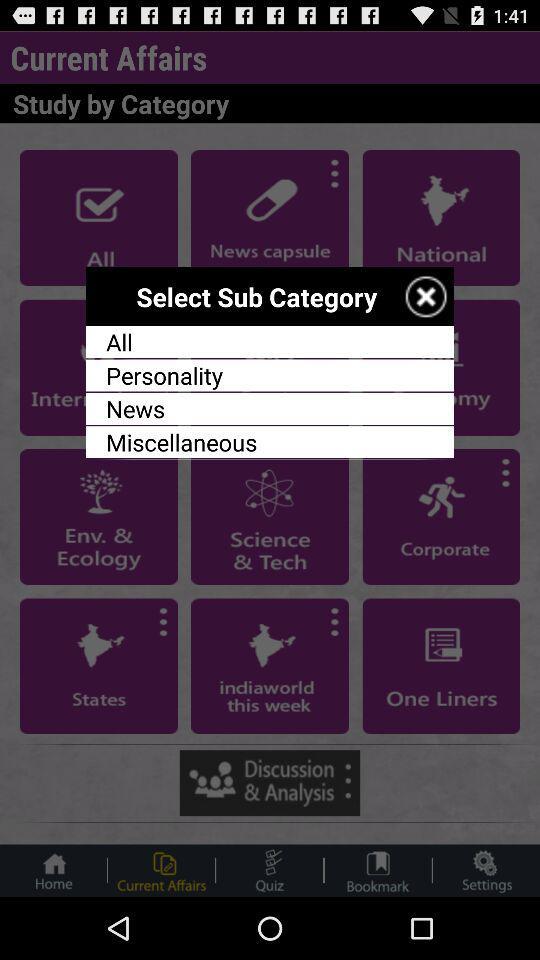  I want to click on the news app, so click(270, 407).